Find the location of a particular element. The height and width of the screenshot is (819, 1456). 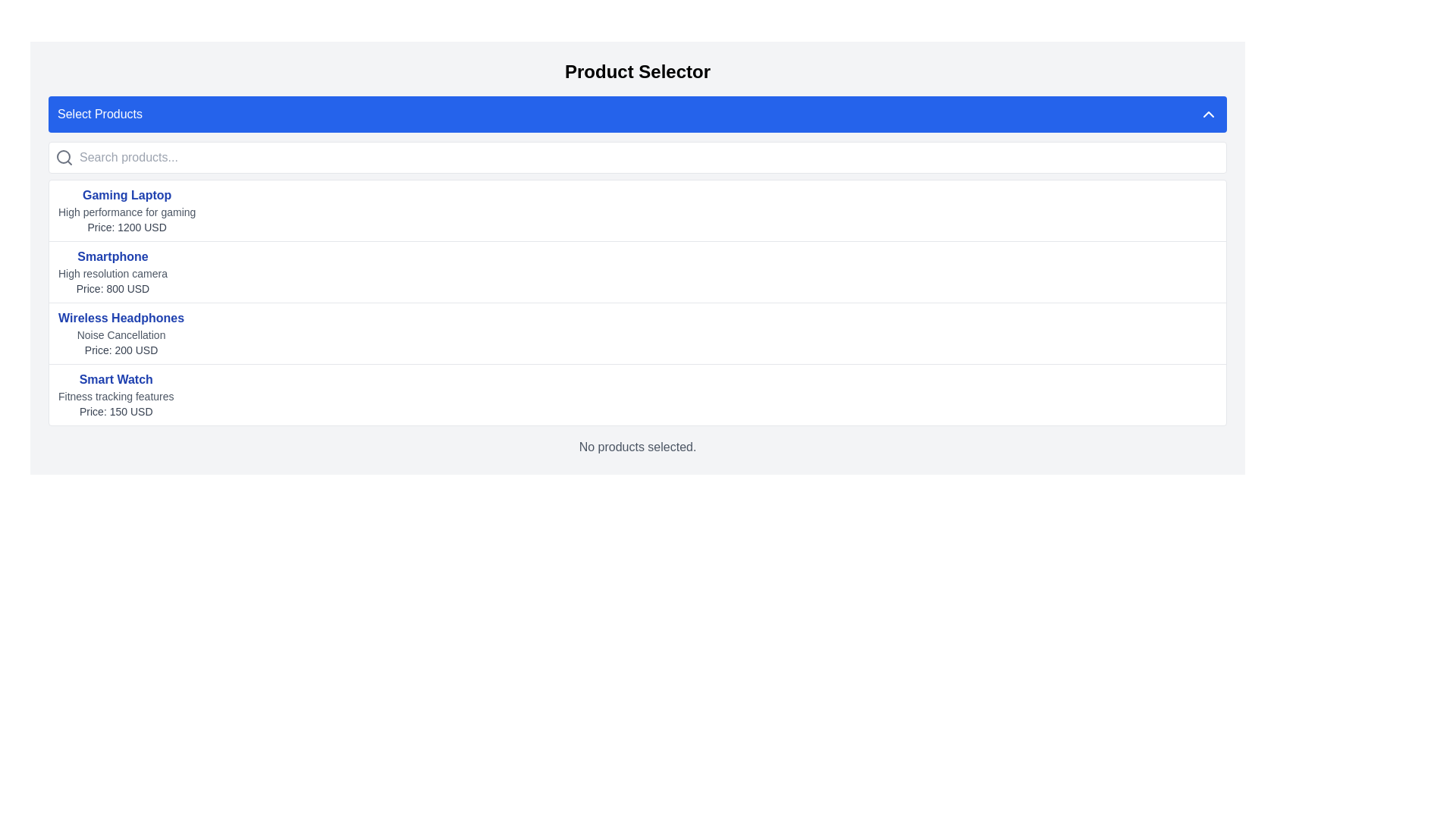

the first list item titled 'Gaming Laptop' in bold blue font is located at coordinates (637, 210).